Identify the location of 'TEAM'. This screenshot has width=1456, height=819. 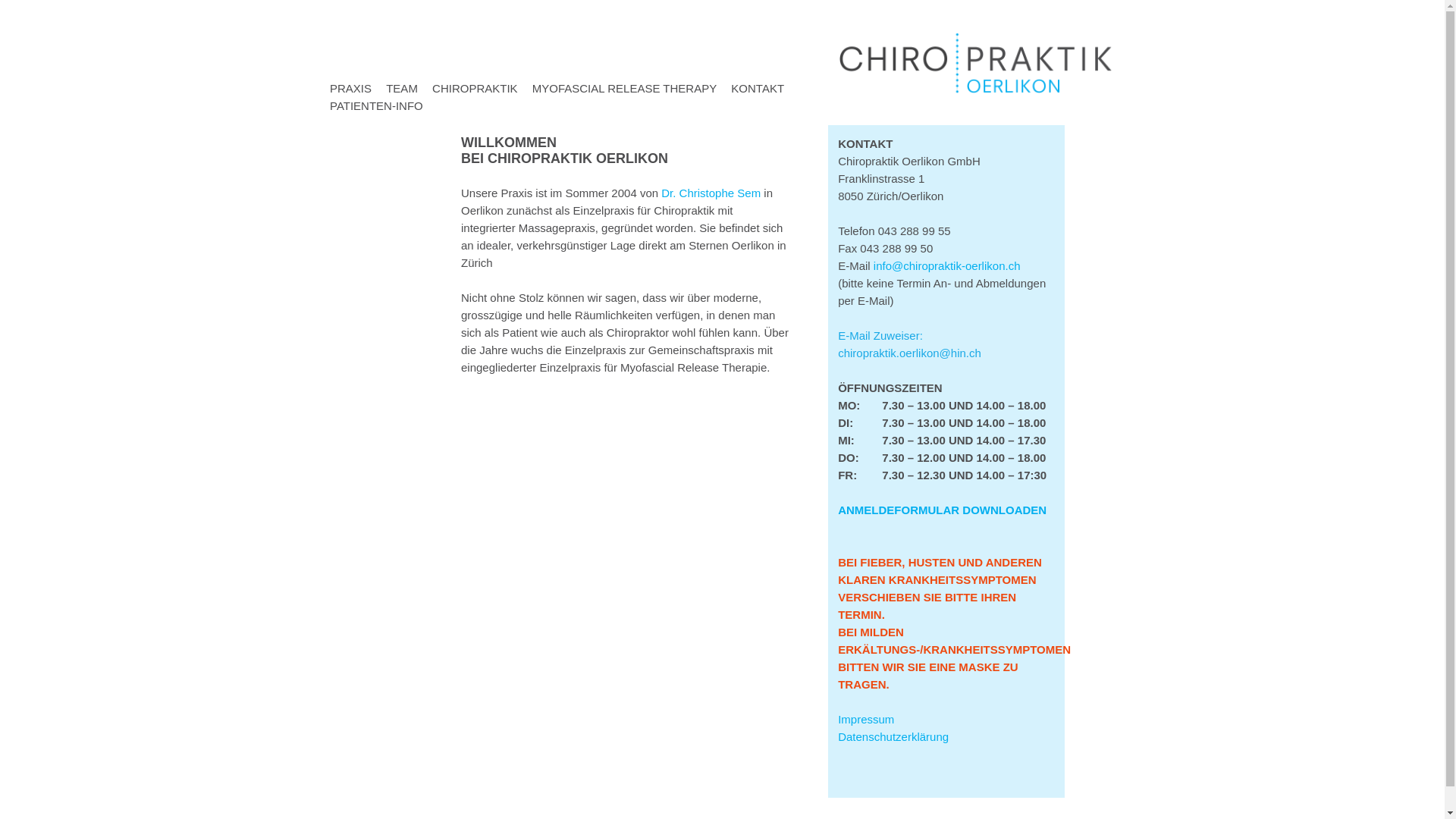
(401, 88).